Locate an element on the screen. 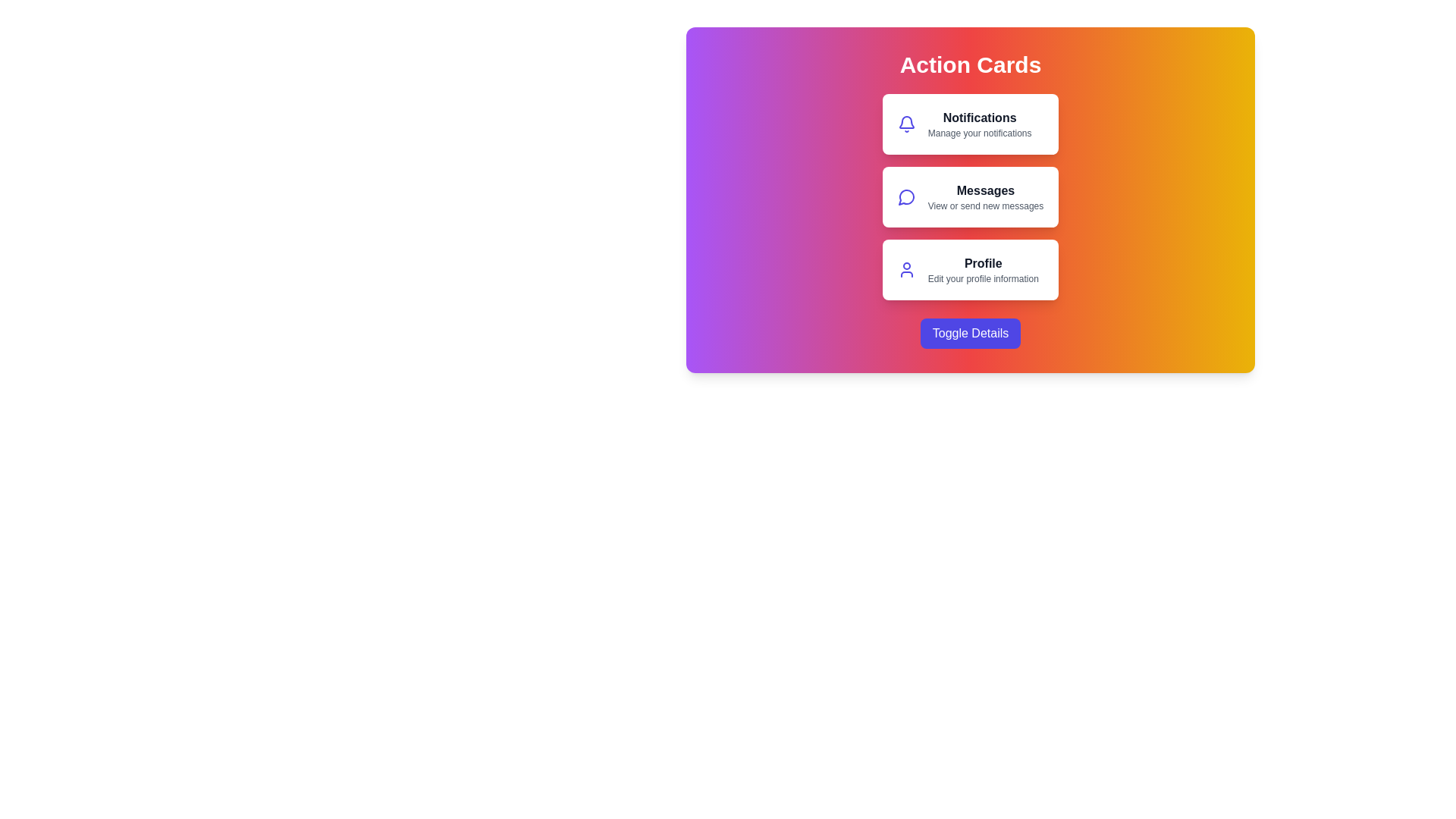  the label and description text combination that provides a summary for the notification management feature, located in the first card of a vertical list is located at coordinates (980, 124).